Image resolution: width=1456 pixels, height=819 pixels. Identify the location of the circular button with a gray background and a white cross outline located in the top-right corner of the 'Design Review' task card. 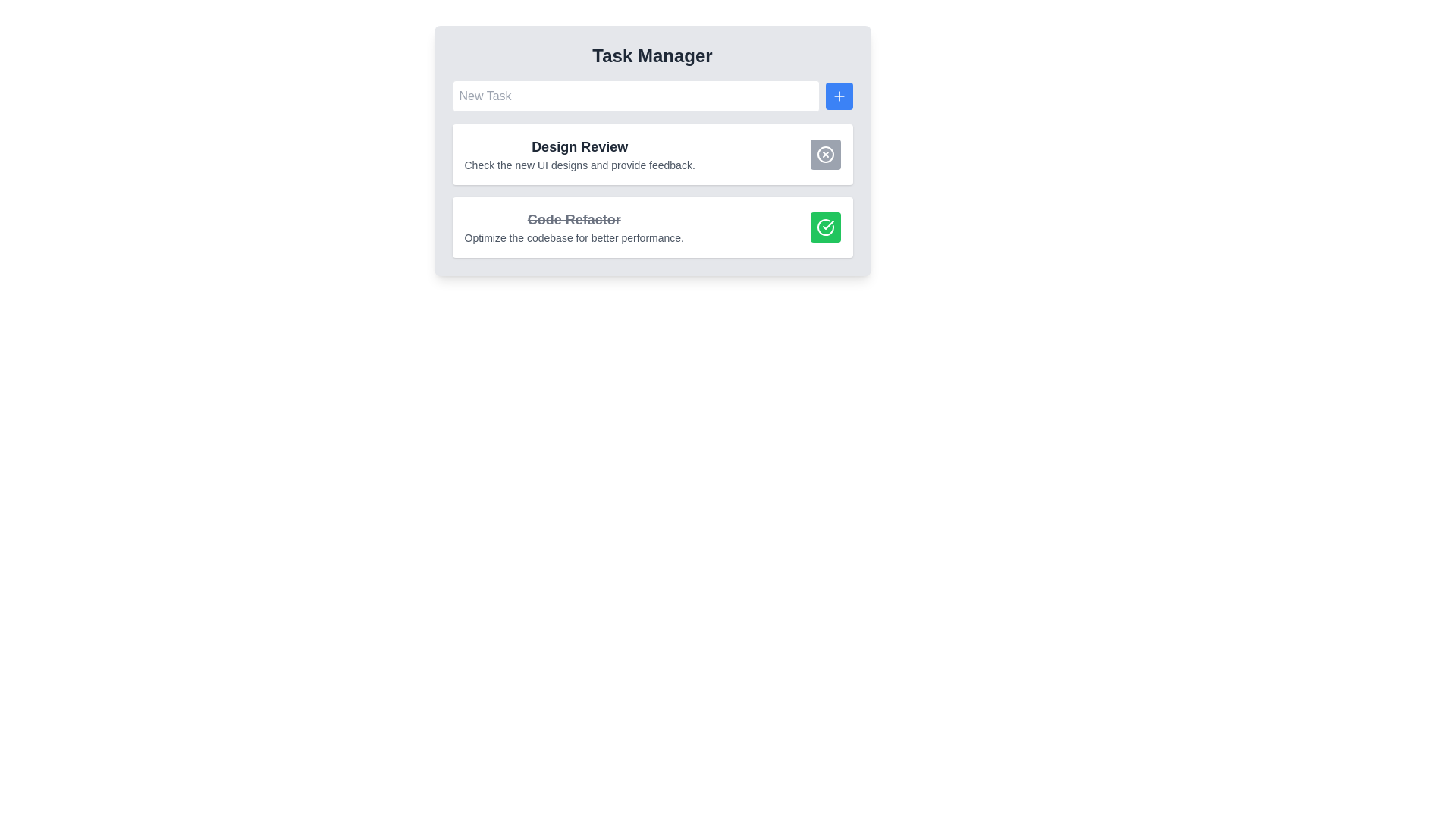
(824, 155).